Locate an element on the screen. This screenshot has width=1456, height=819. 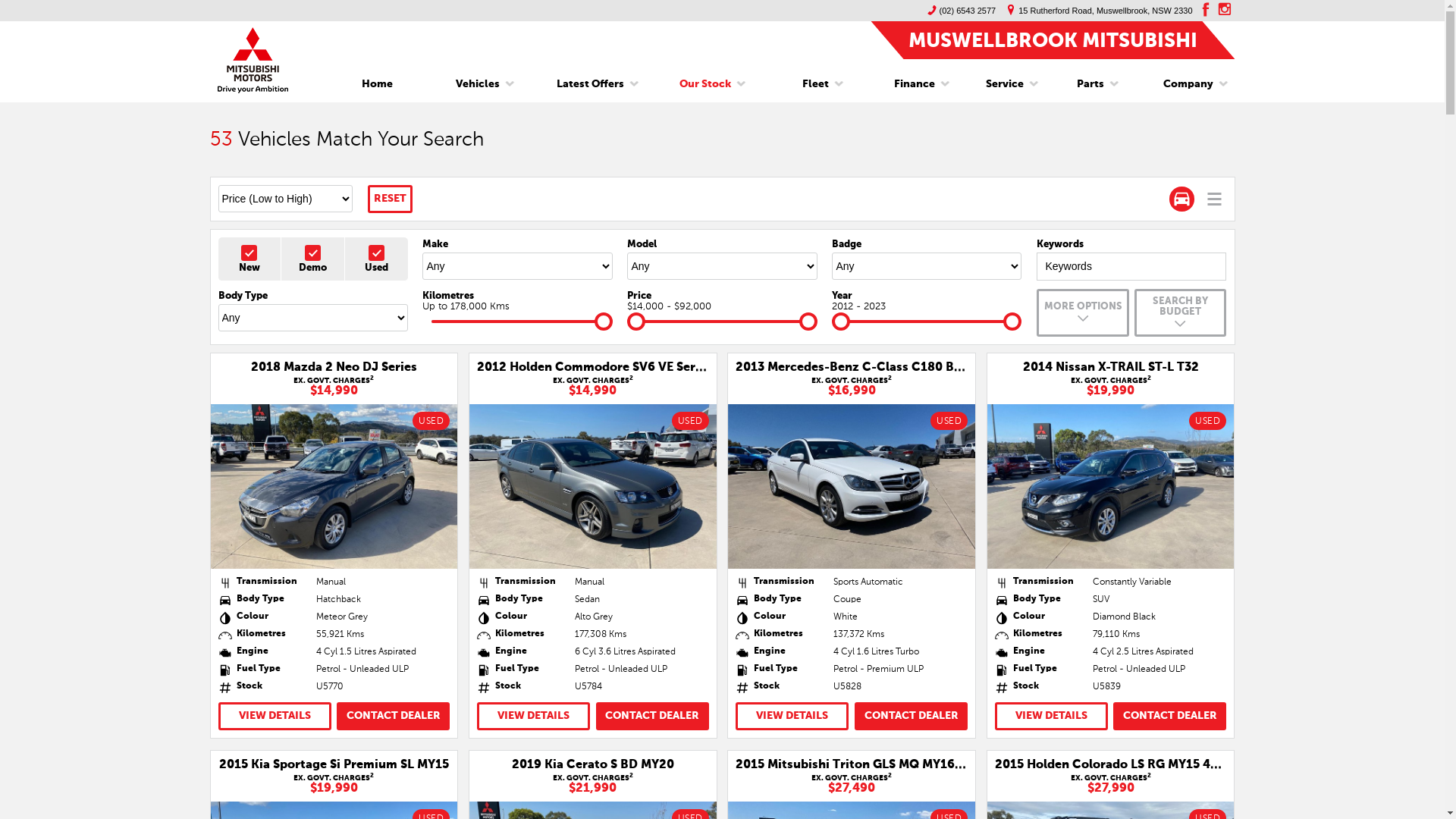
'EX. GOVT. CHARGES2 is located at coordinates (852, 384).